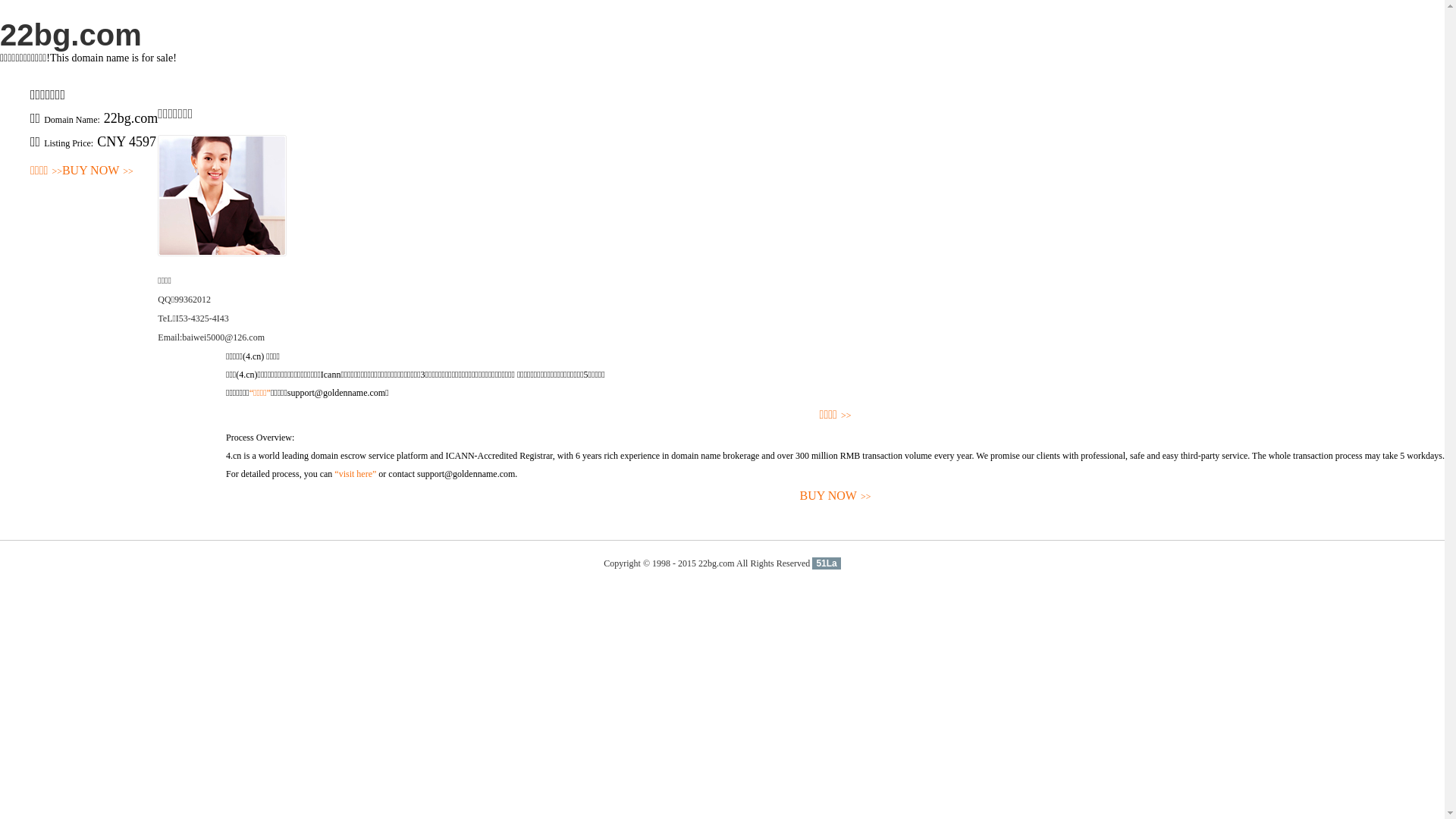 The width and height of the screenshot is (1456, 819). Describe the element at coordinates (97, 171) in the screenshot. I see `'BUY NOW>>'` at that location.